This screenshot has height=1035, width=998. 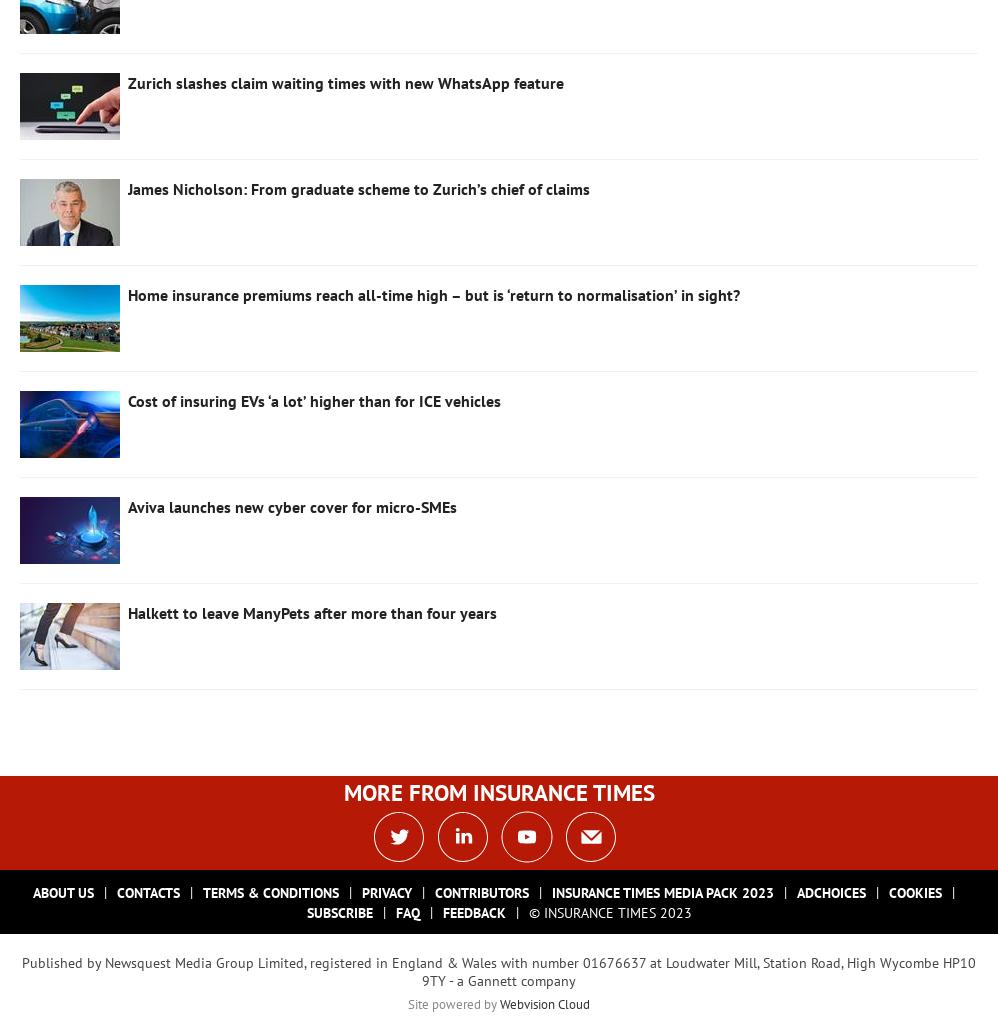 What do you see at coordinates (33, 891) in the screenshot?
I see `'About Us'` at bounding box center [33, 891].